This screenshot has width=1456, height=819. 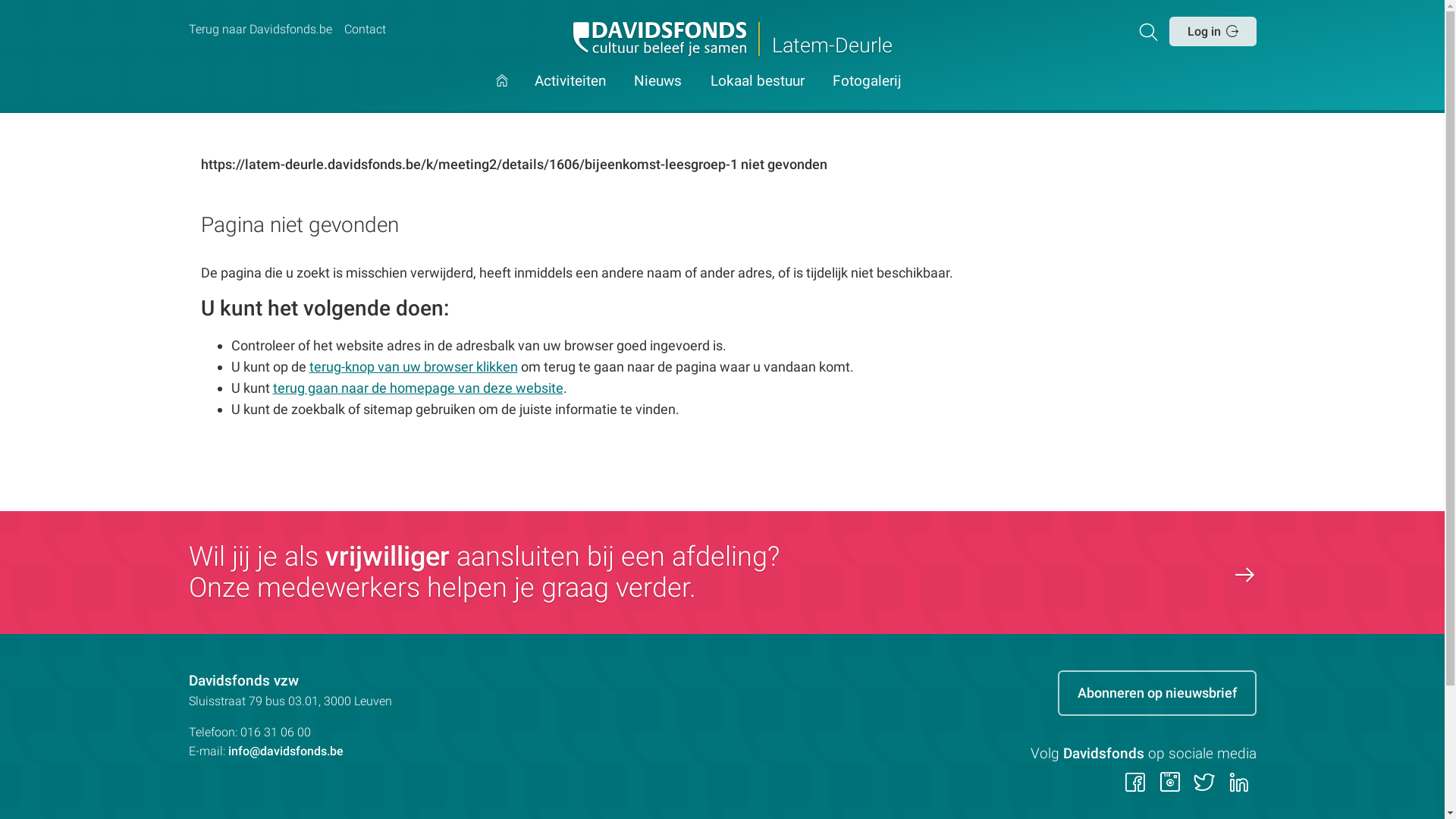 What do you see at coordinates (1238, 783) in the screenshot?
I see `'Volg ons op LinkedIn'` at bounding box center [1238, 783].